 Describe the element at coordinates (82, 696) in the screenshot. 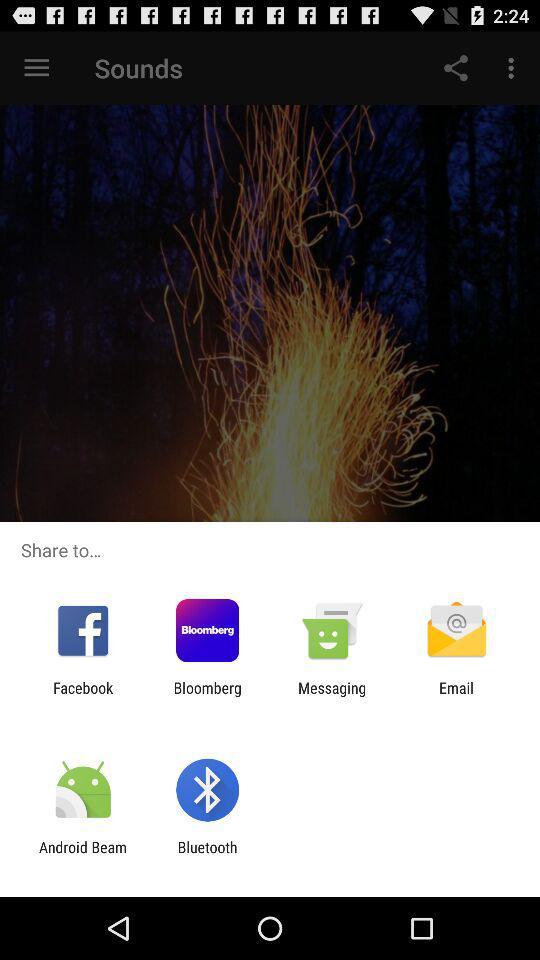

I see `facebook icon` at that location.